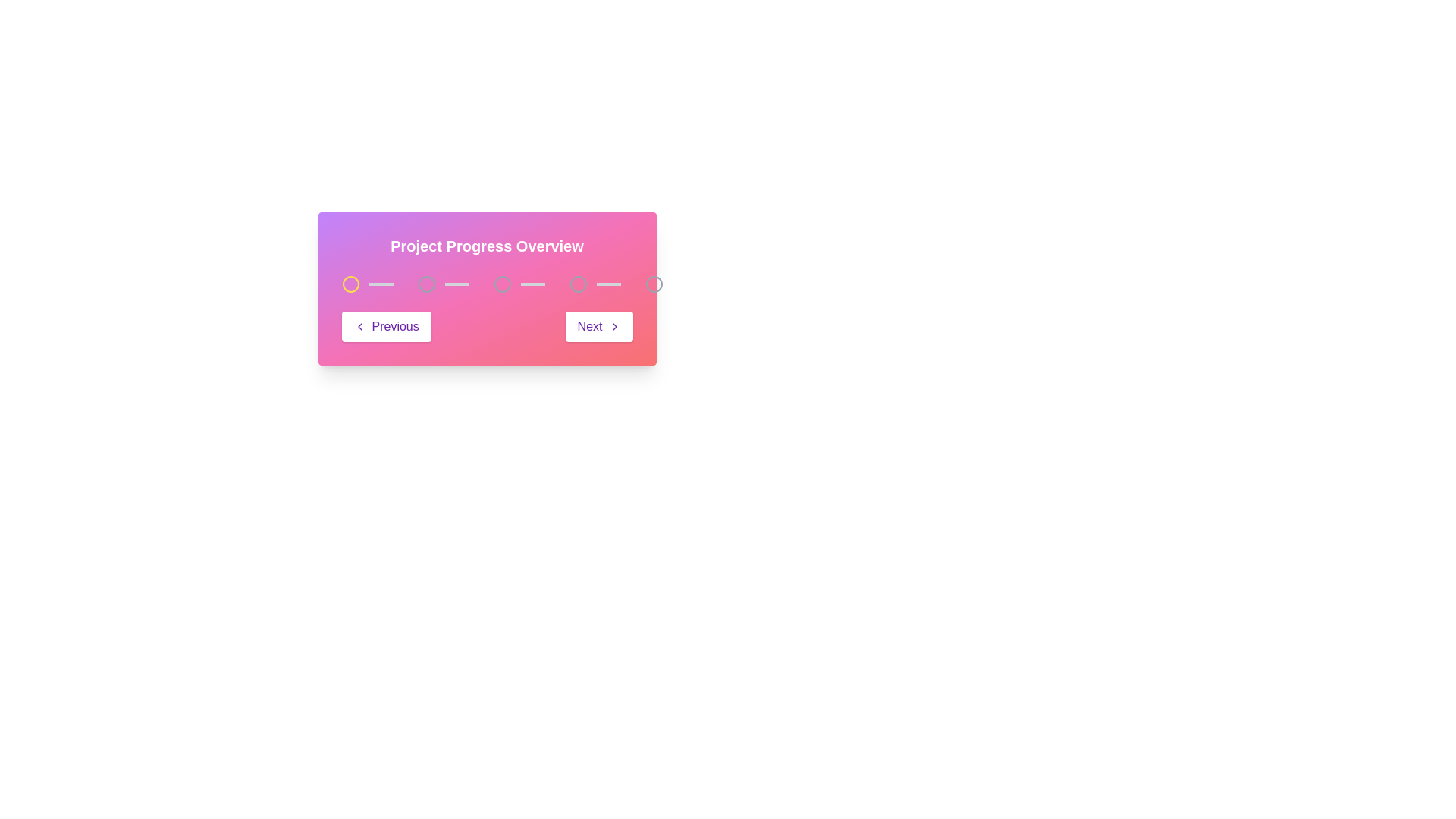 The image size is (1456, 819). I want to click on the last circular Progress indicator located at the far right of the progression tracker to interact with it, so click(654, 284).